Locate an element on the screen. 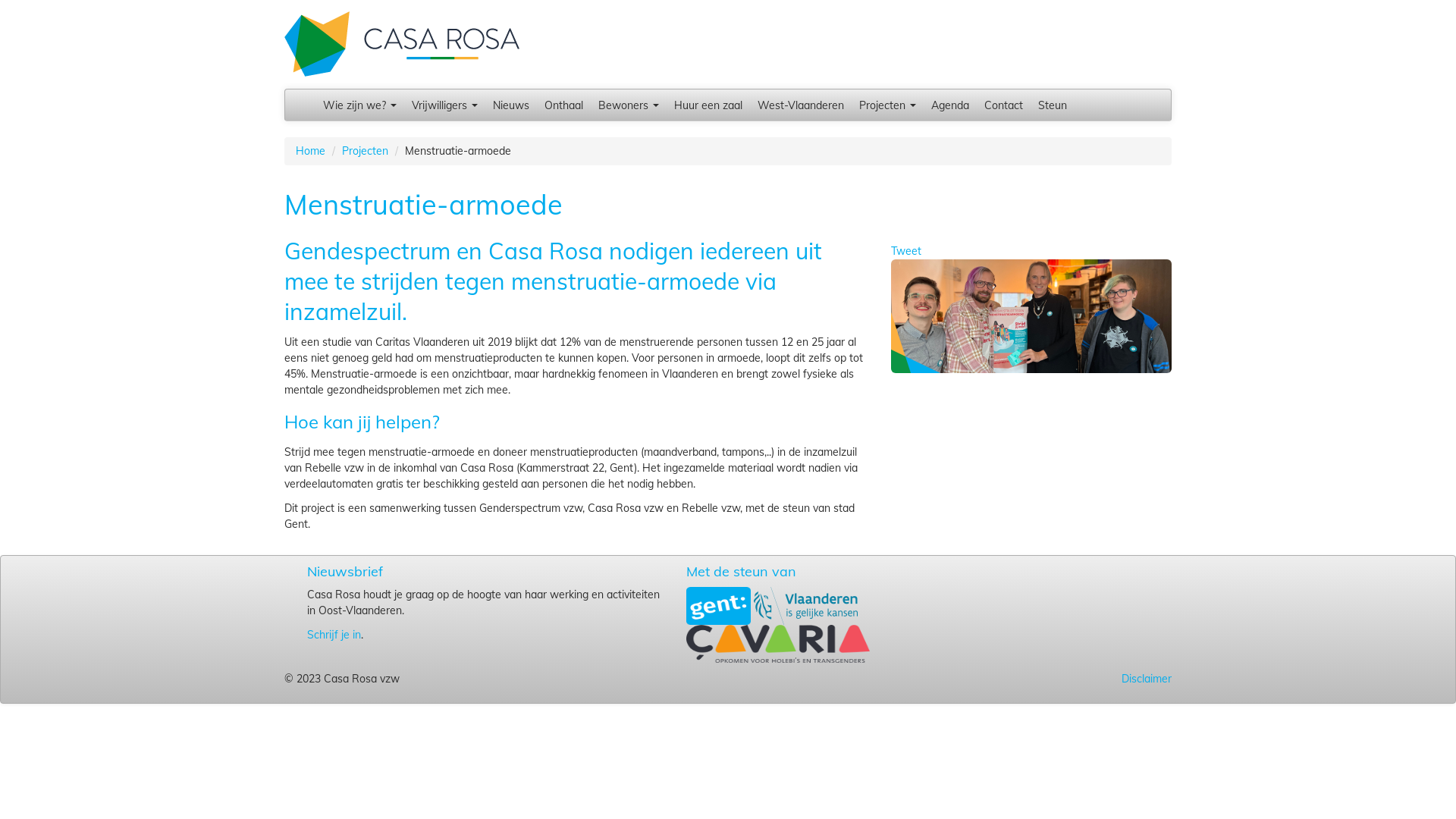 Image resolution: width=1456 pixels, height=819 pixels. 'Nieuws' is located at coordinates (484, 104).